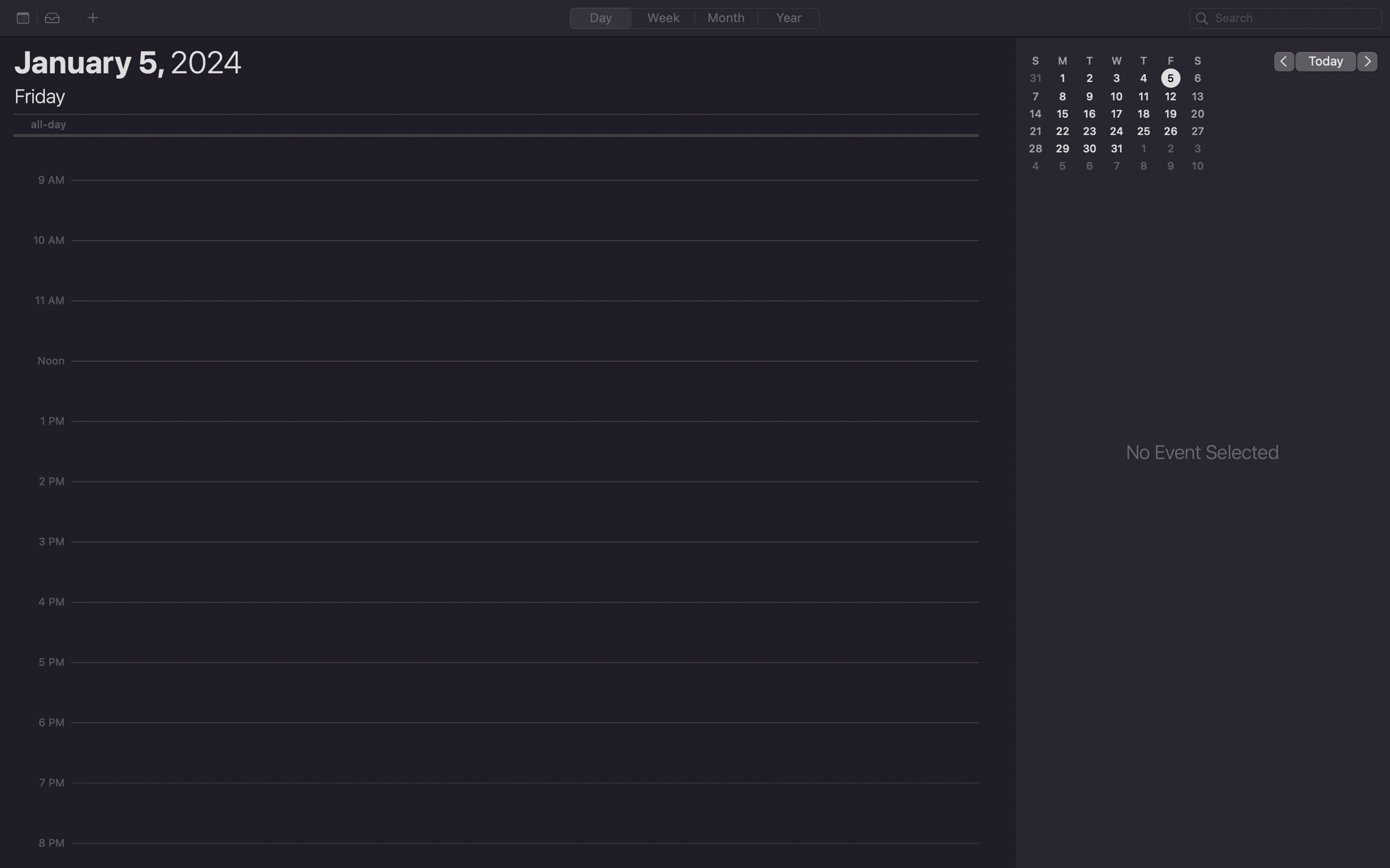  Describe the element at coordinates (663, 17) in the screenshot. I see `the "week" tab on the calendar` at that location.